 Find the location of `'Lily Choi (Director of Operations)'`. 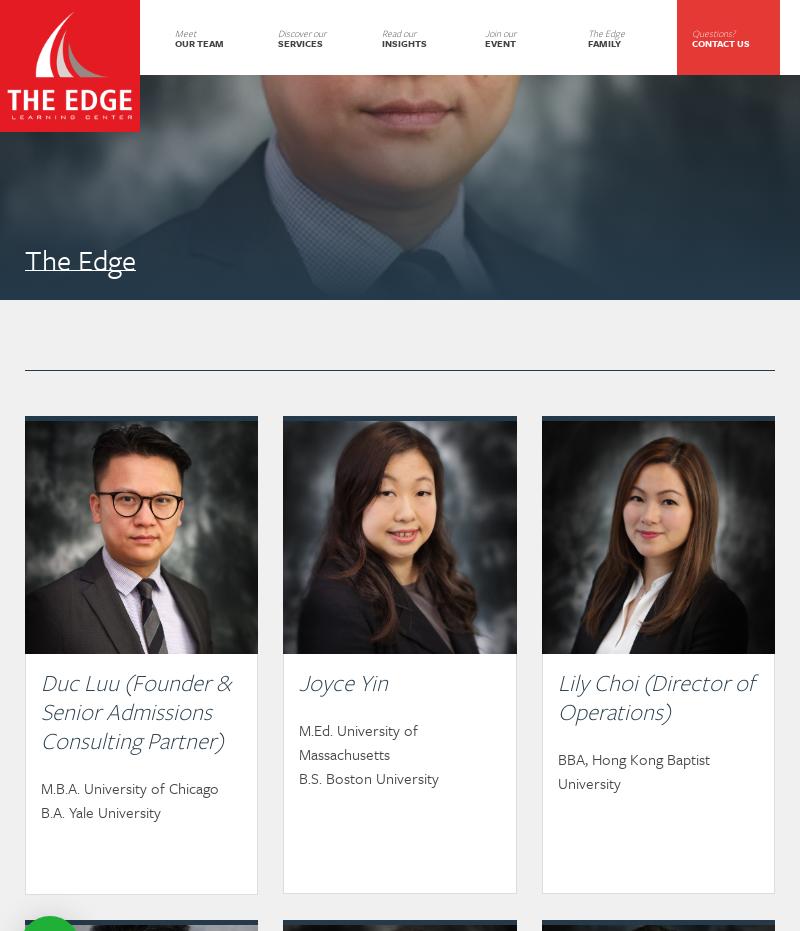

'Lily Choi (Director of Operations)' is located at coordinates (654, 696).